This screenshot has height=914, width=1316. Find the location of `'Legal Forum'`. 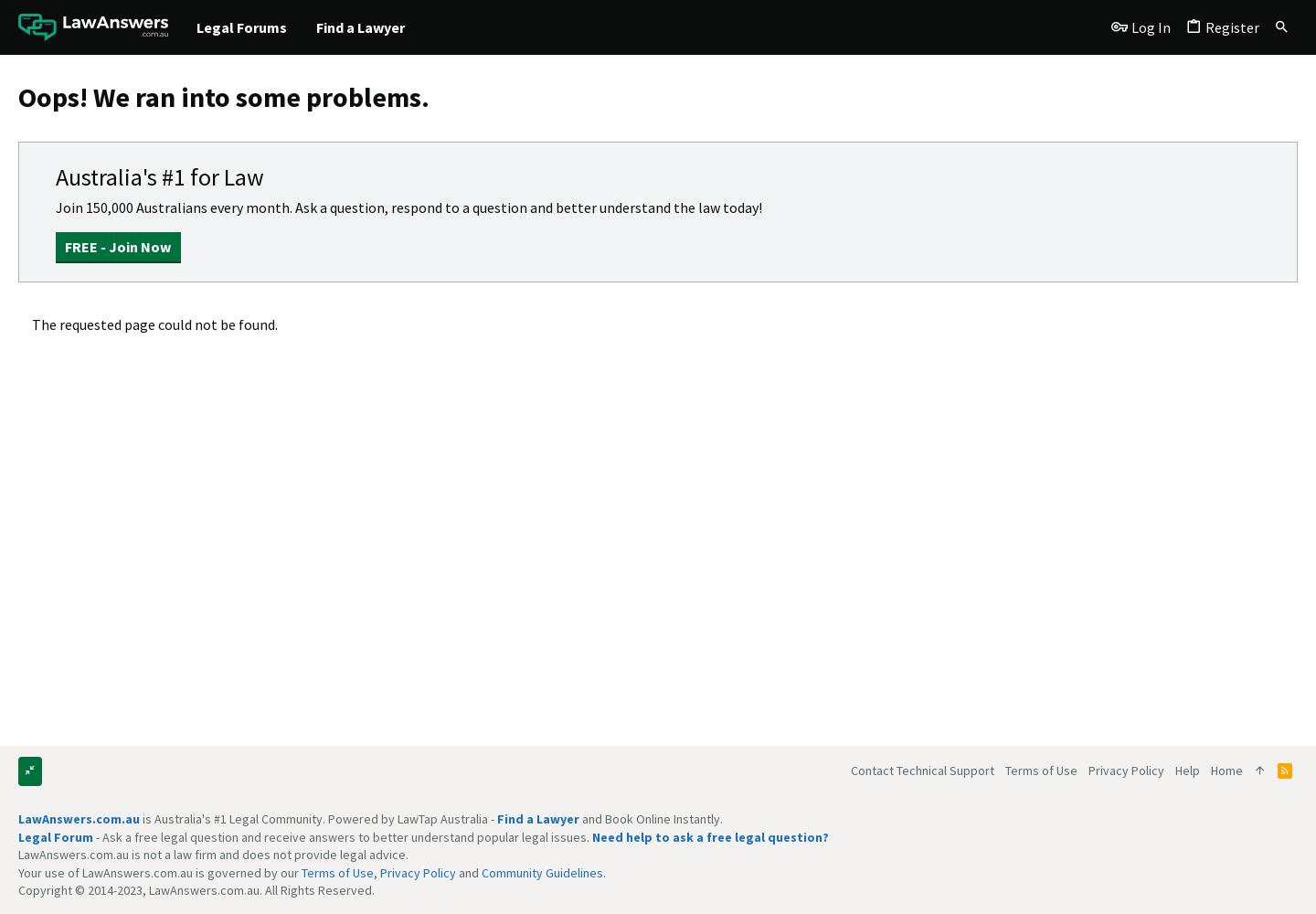

'Legal Forum' is located at coordinates (56, 836).